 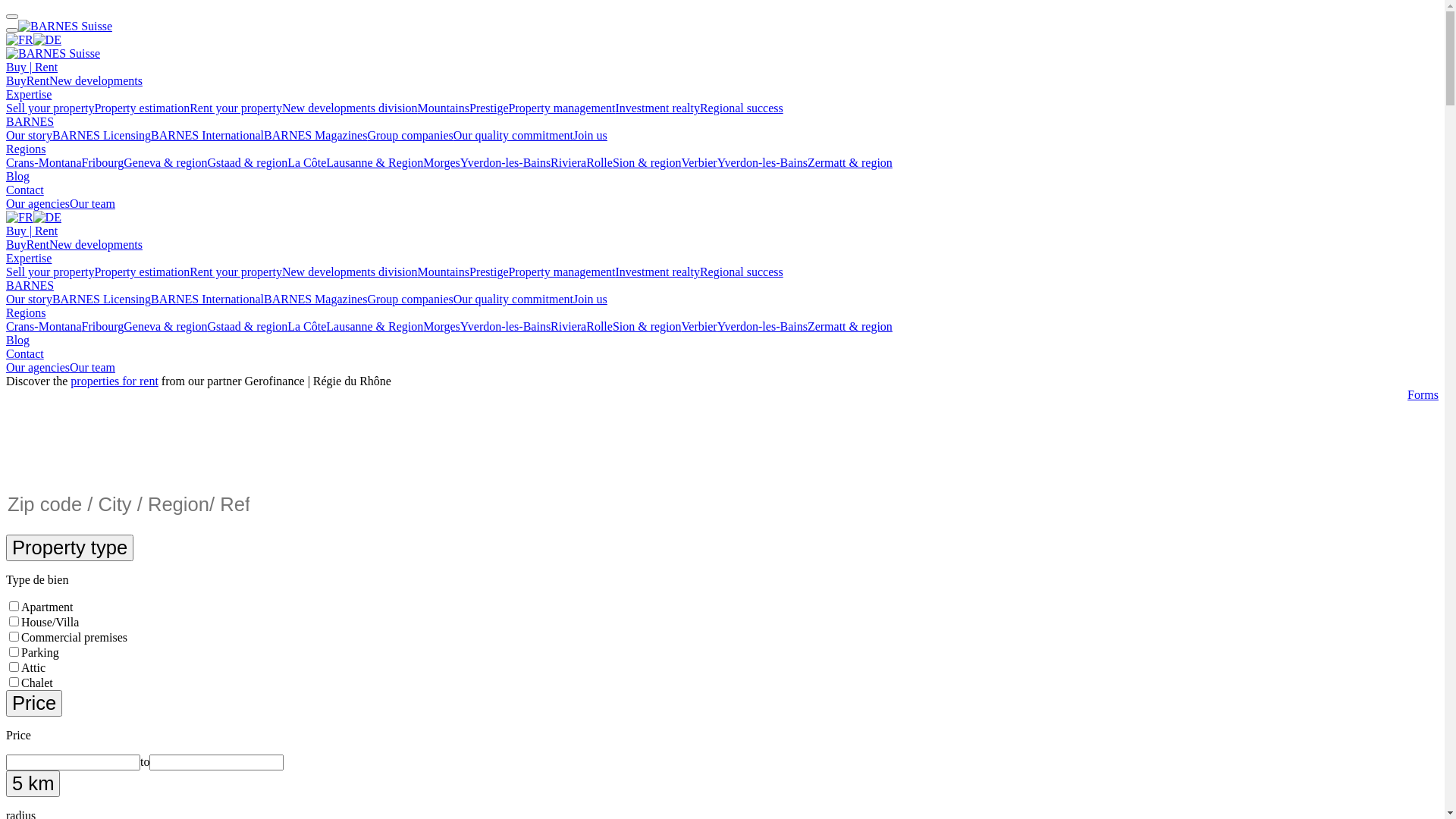 I want to click on 'Regions', so click(x=25, y=312).